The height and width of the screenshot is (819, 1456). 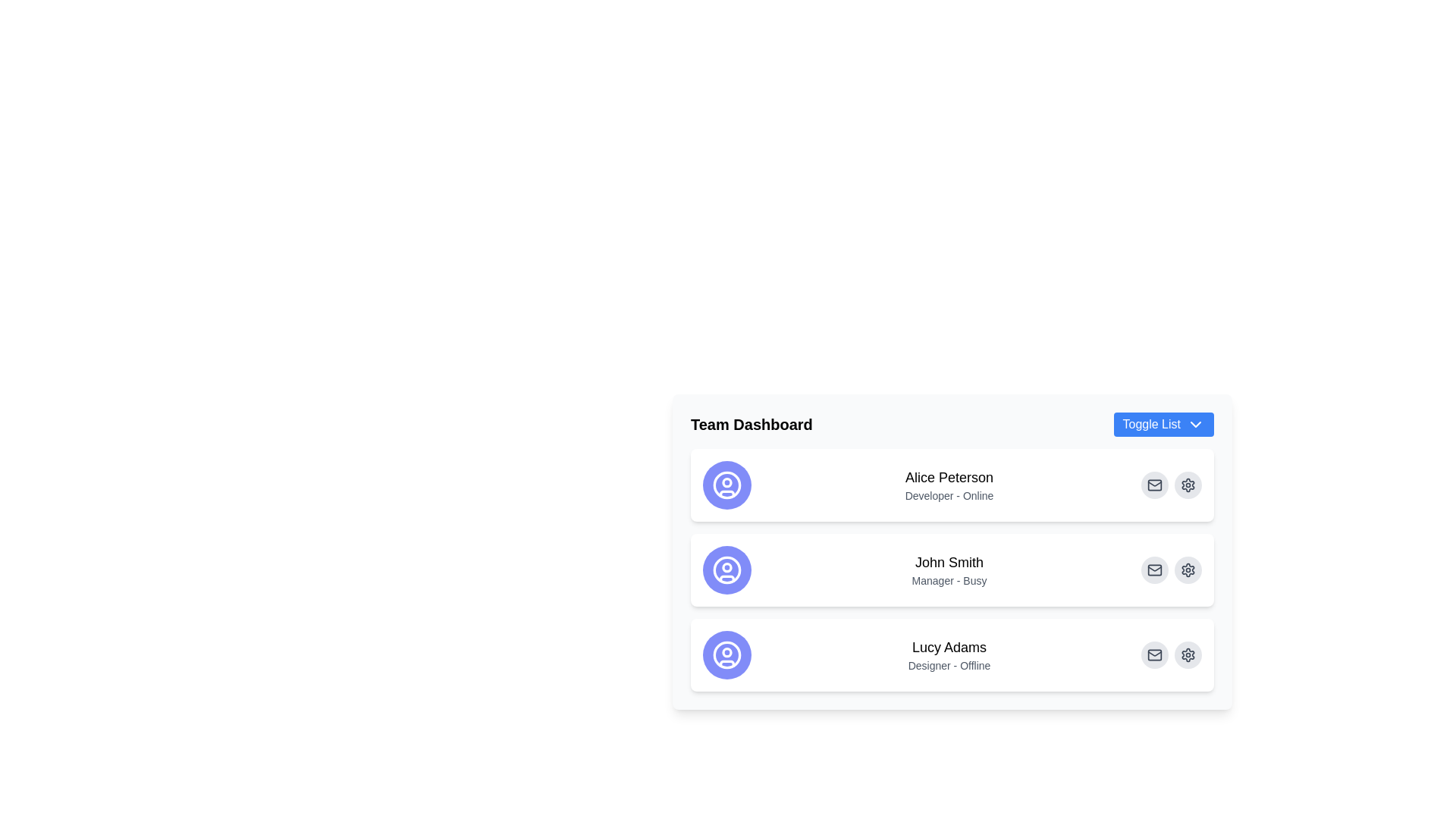 What do you see at coordinates (1153, 654) in the screenshot?
I see `the mailing button associated with user 'Lucy Adams' located at the bottom-most card of the list, next to the settings cogwheel` at bounding box center [1153, 654].